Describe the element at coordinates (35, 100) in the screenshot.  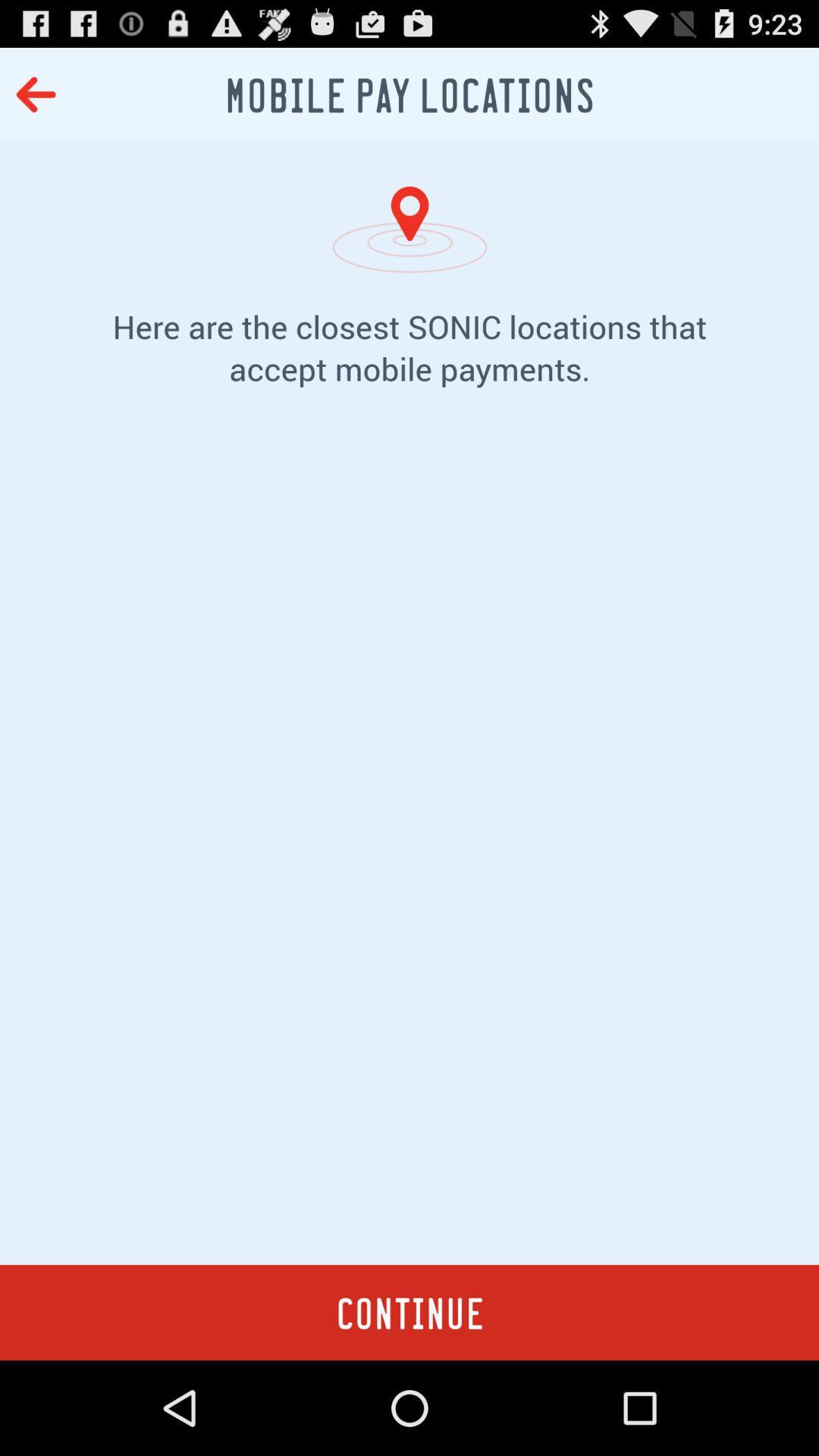
I see `the arrow_backward icon` at that location.